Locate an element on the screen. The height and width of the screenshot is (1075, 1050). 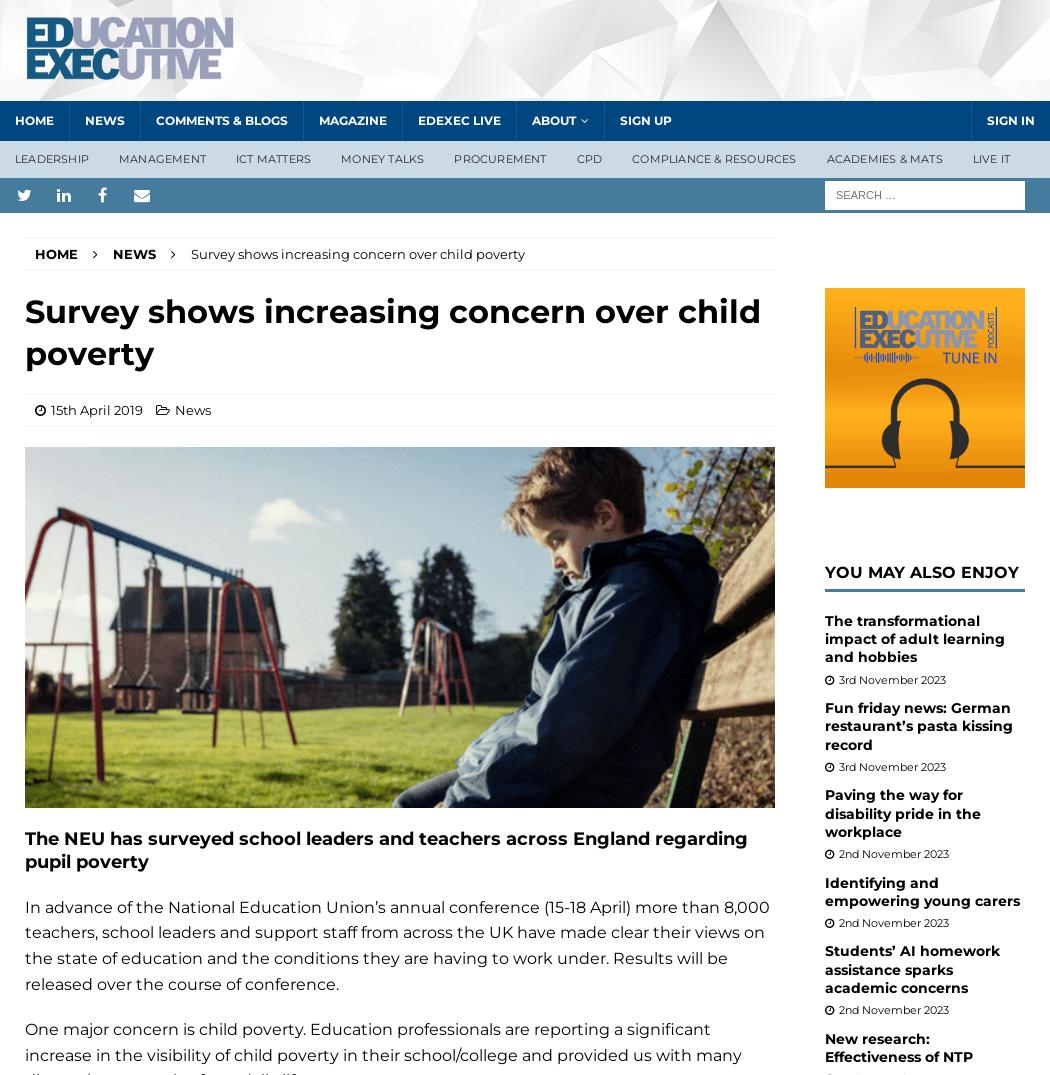
'Fun friday news: German restaurant’s pasta kissing record' is located at coordinates (918, 724).